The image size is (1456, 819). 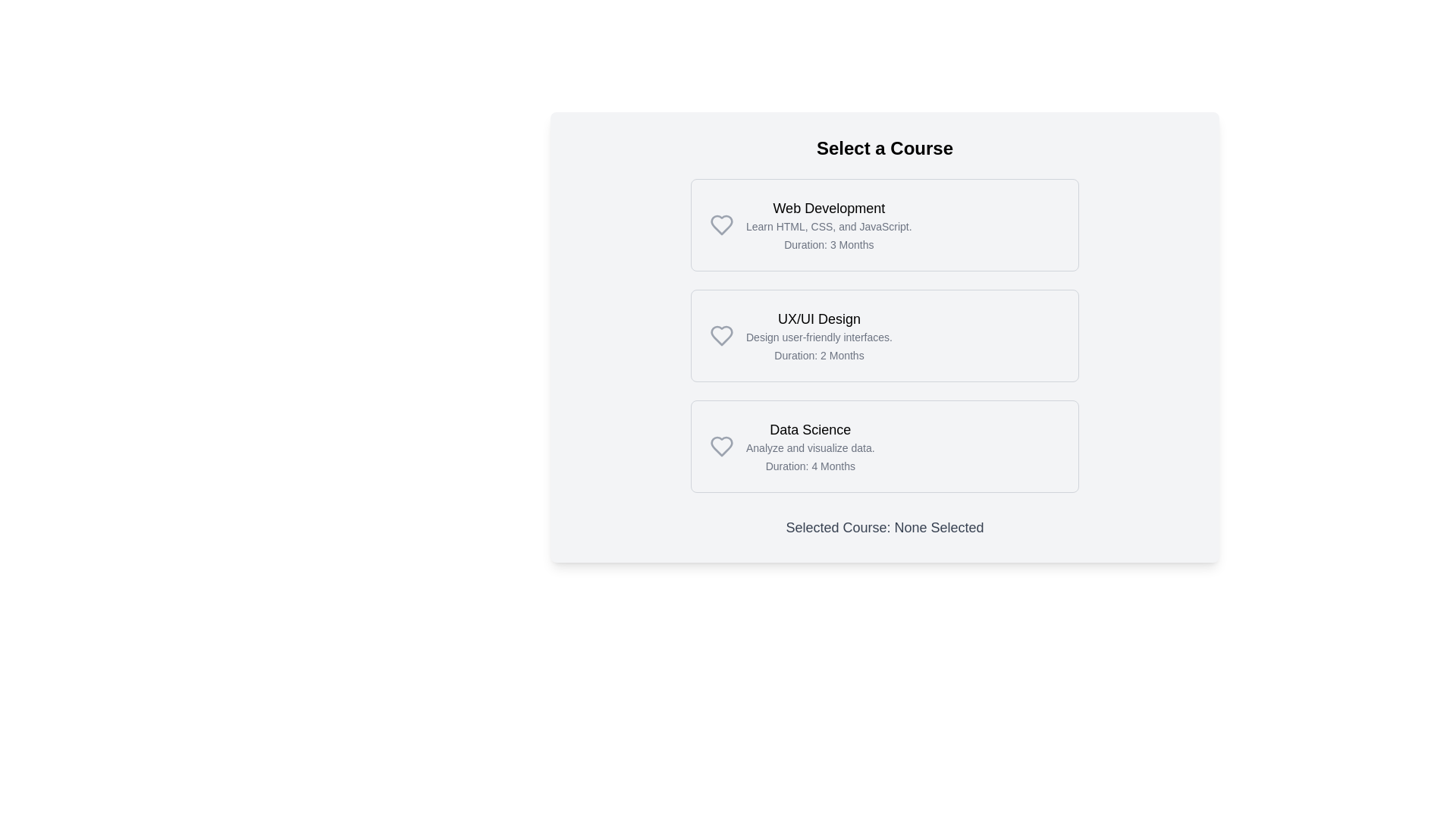 I want to click on the Text Label that identifies the UX/UI Design course, located at the top of the second course description box, to interact with adjacent buttons or links, so click(x=818, y=318).